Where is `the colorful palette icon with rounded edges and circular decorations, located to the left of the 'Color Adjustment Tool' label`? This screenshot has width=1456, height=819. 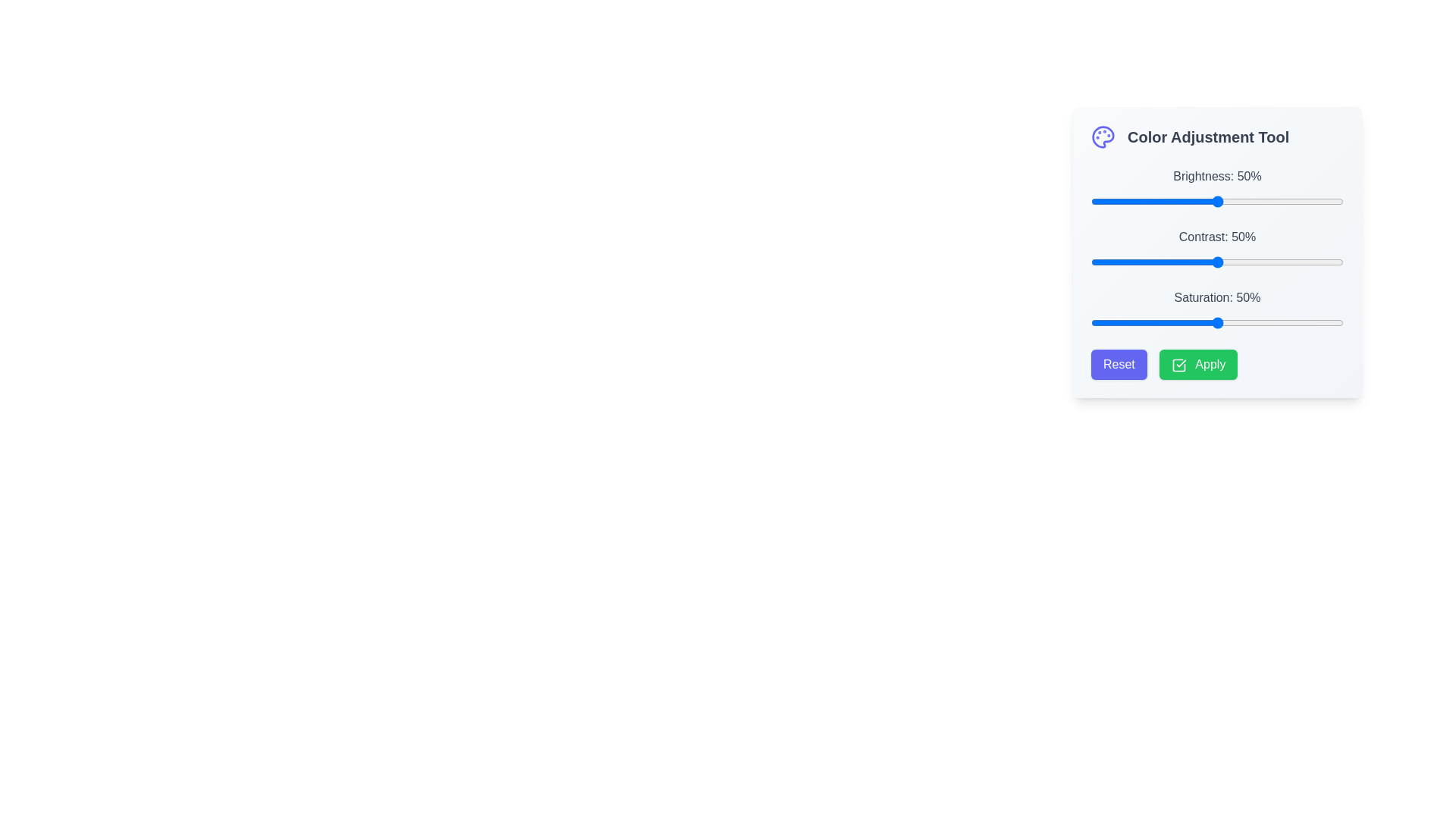 the colorful palette icon with rounded edges and circular decorations, located to the left of the 'Color Adjustment Tool' label is located at coordinates (1103, 137).